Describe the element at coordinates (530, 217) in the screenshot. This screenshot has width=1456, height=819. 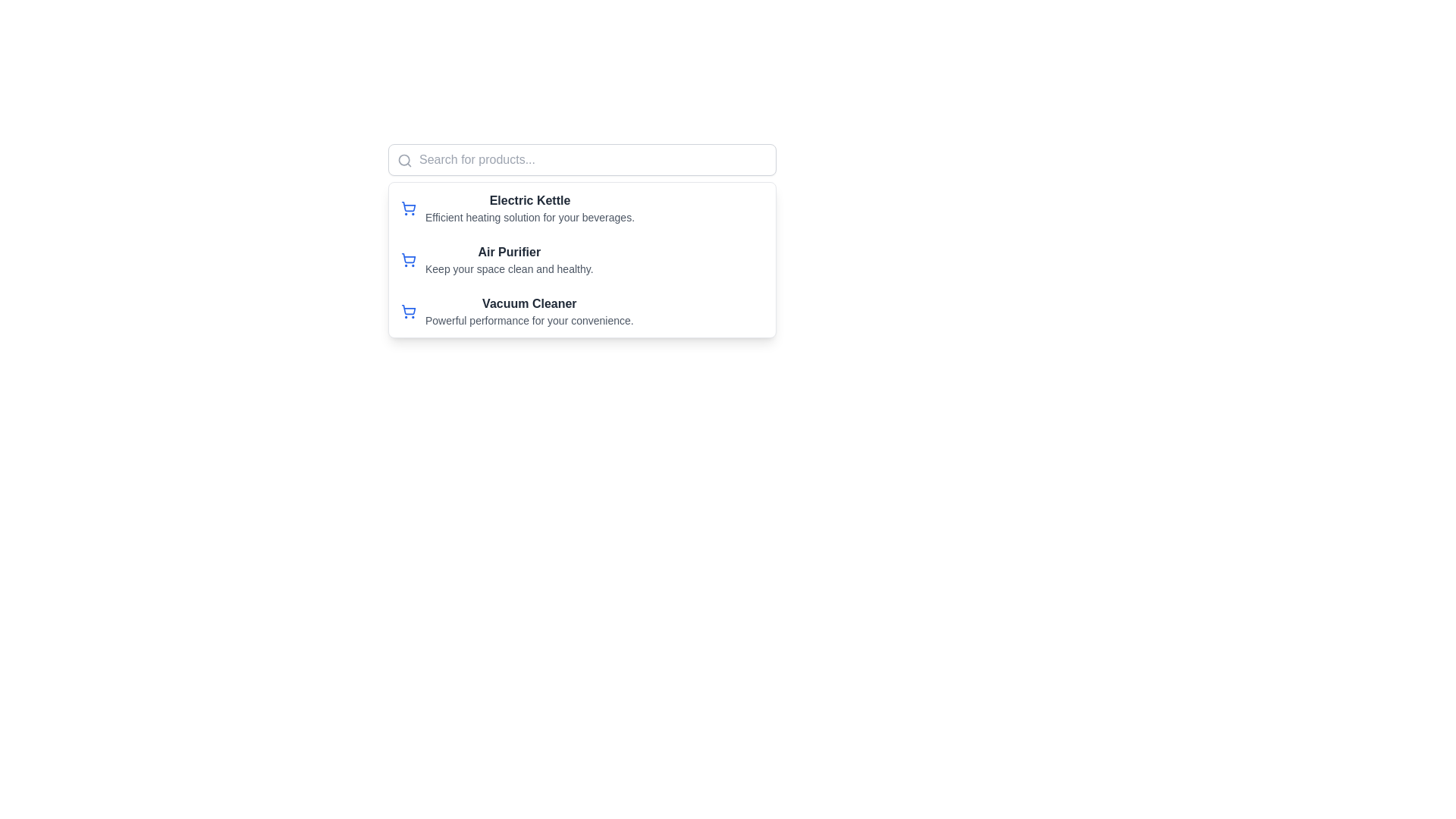
I see `descriptive text label positioned below the title 'Electric Kettle' in the product list` at that location.